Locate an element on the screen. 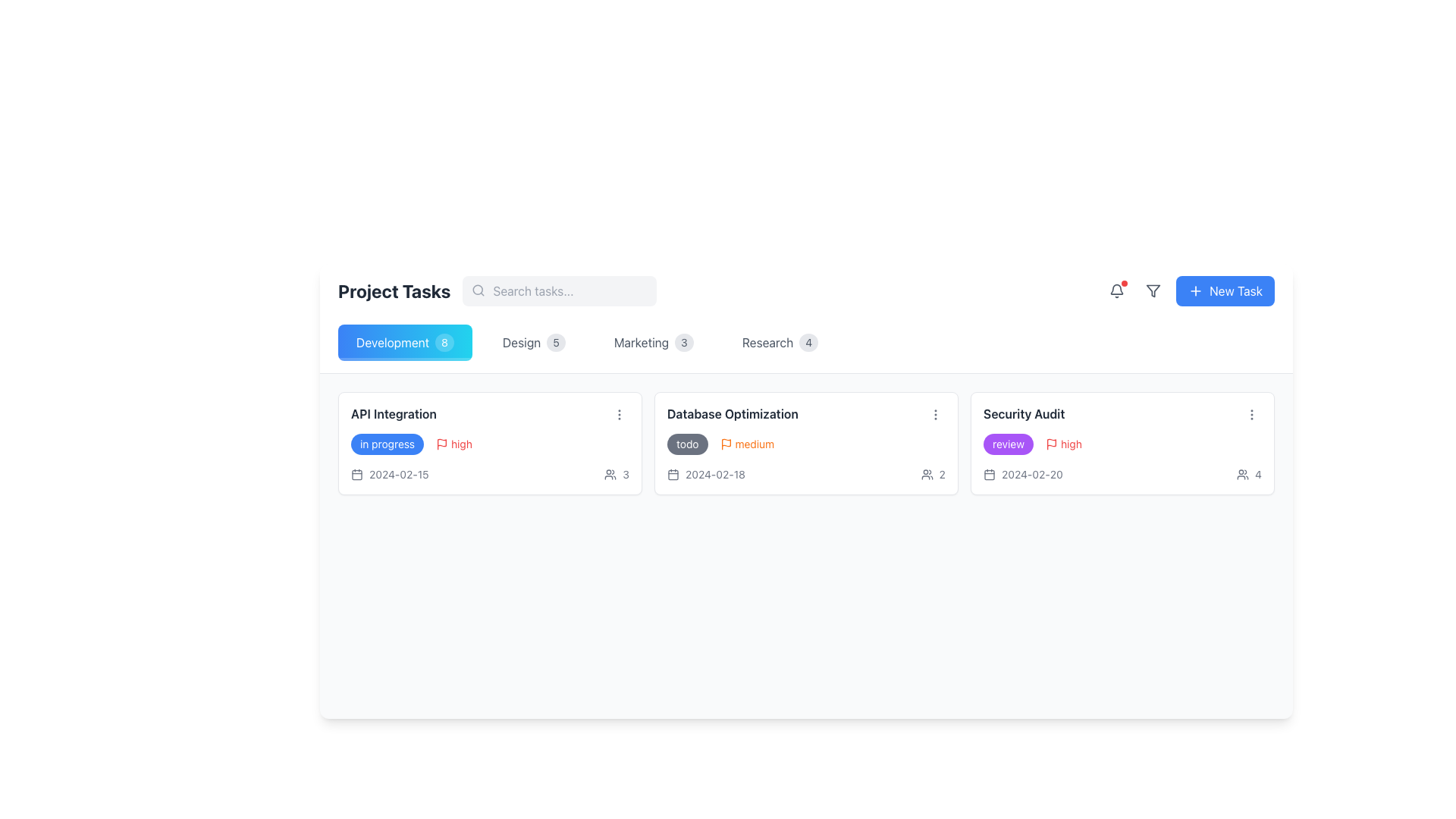 The width and height of the screenshot is (1456, 819). the count displayed on the gray rounded badge containing the number '3', located to the right of the text 'Marketing' is located at coordinates (683, 342).